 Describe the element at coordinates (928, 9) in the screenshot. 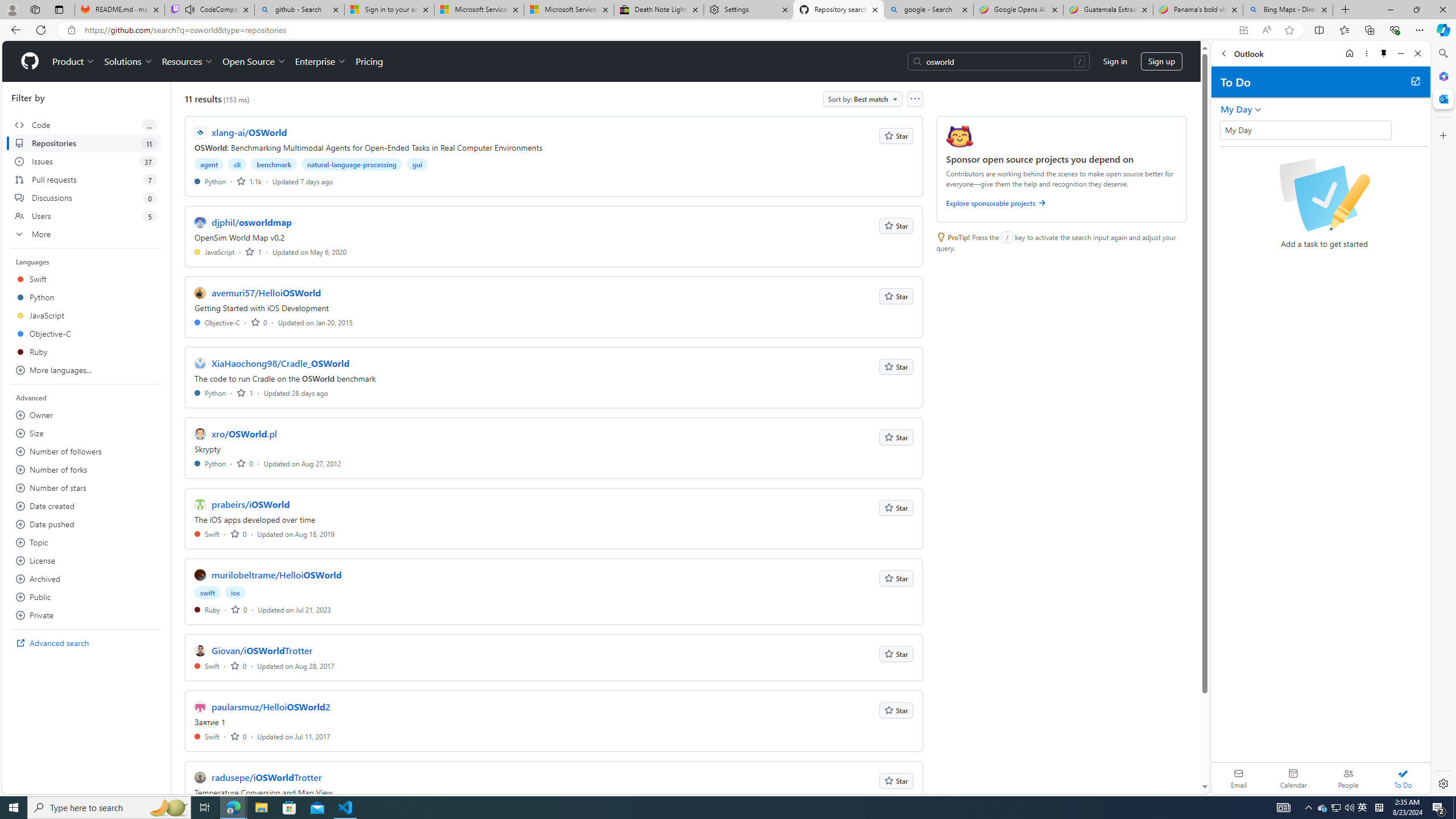

I see `'google - Search'` at that location.